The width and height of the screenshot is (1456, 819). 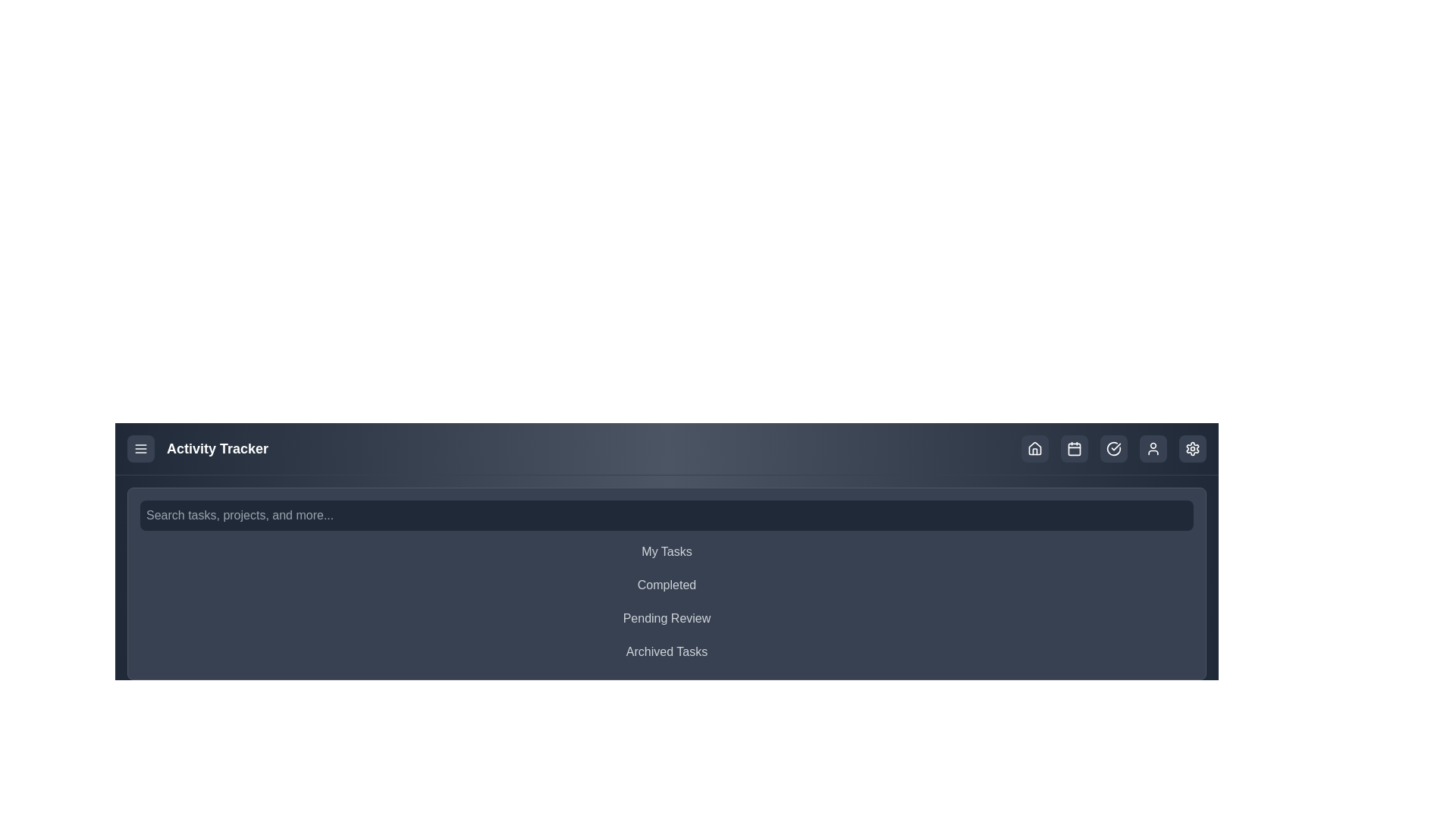 I want to click on the task category Completed from the list, so click(x=667, y=584).